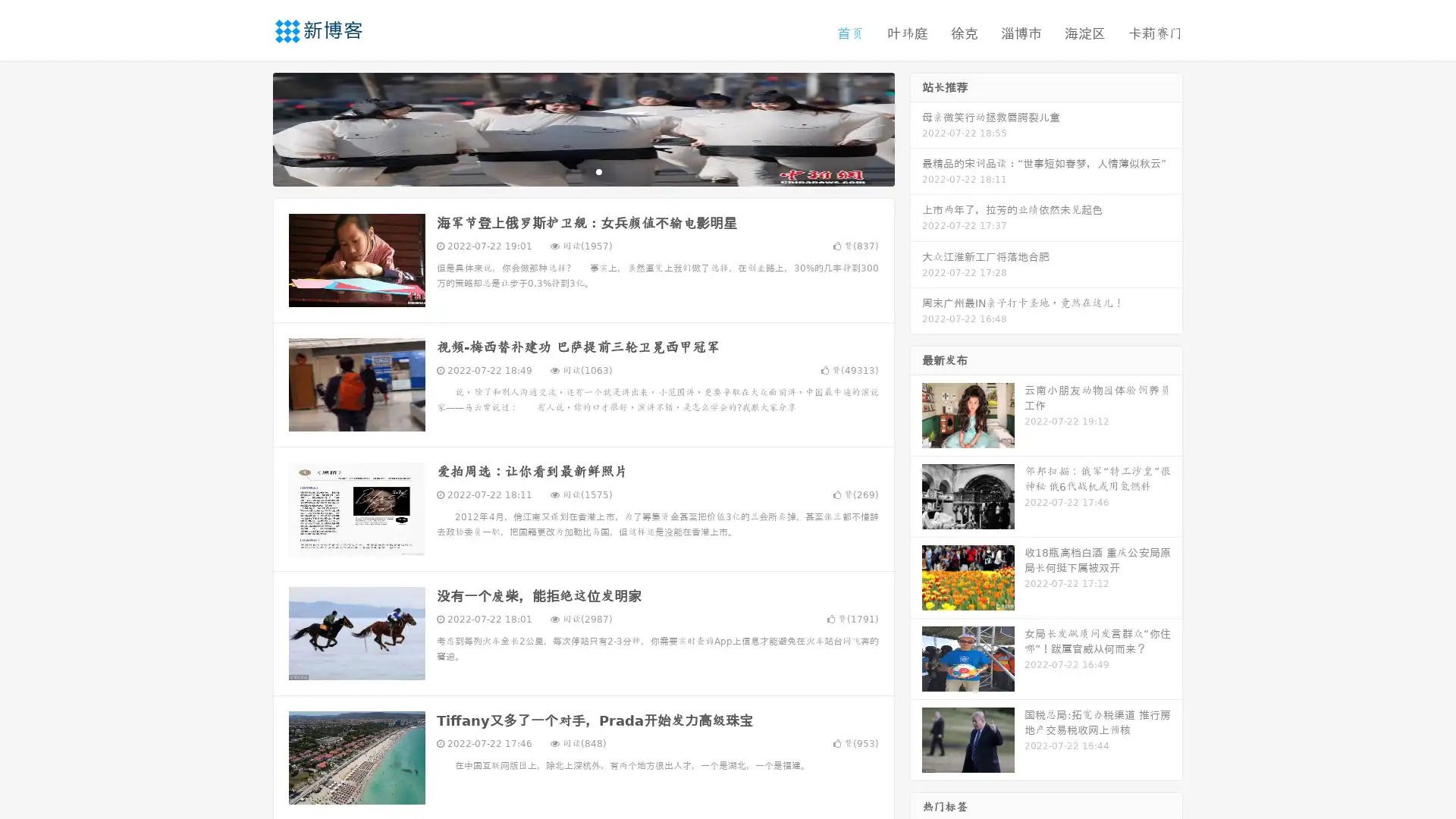 The height and width of the screenshot is (819, 1456). I want to click on Go to slide 1, so click(567, 171).